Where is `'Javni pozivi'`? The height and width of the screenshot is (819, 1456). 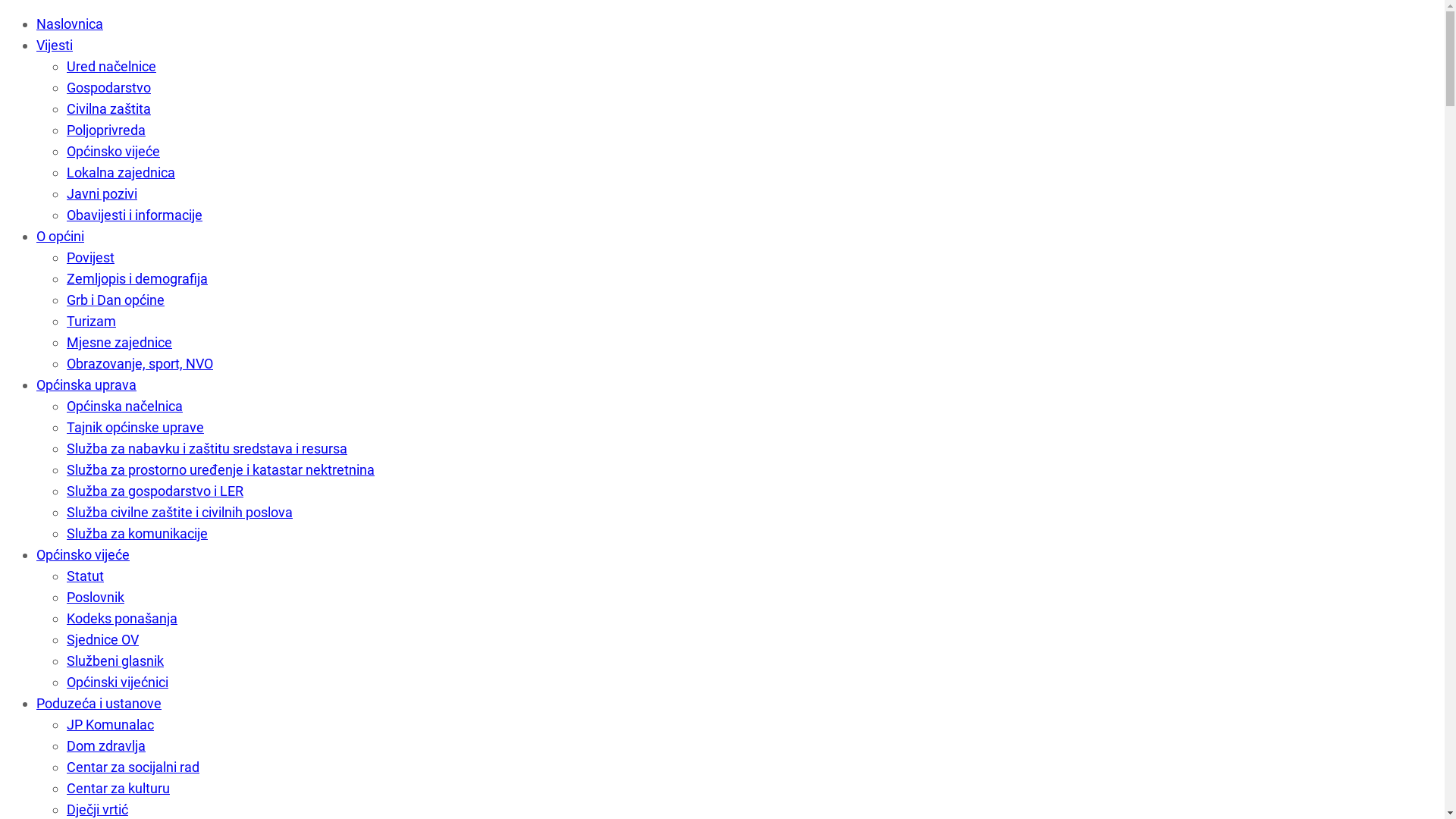 'Javni pozivi' is located at coordinates (101, 193).